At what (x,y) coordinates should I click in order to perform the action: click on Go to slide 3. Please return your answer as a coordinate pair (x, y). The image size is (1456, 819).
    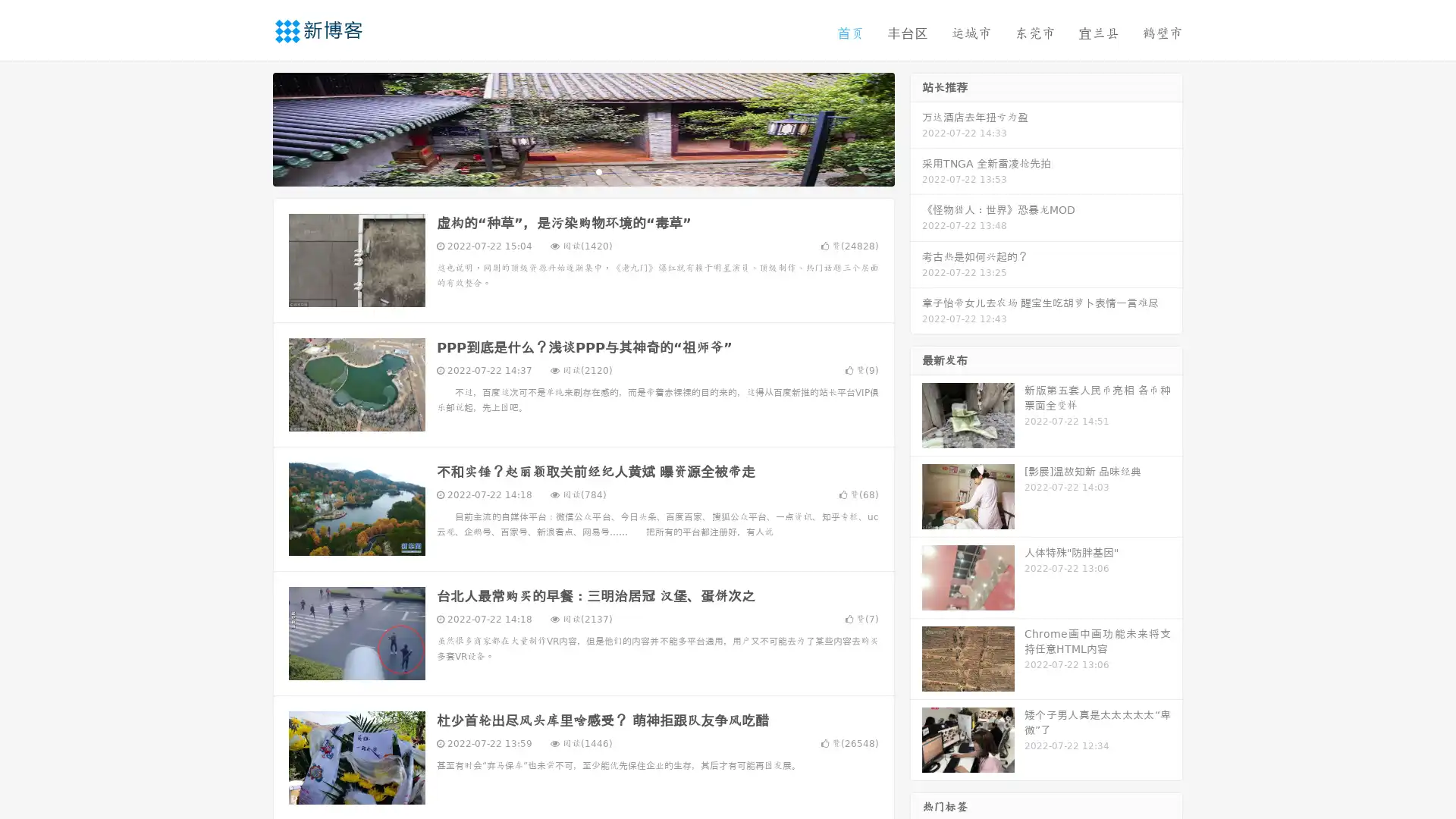
    Looking at the image, I should click on (598, 171).